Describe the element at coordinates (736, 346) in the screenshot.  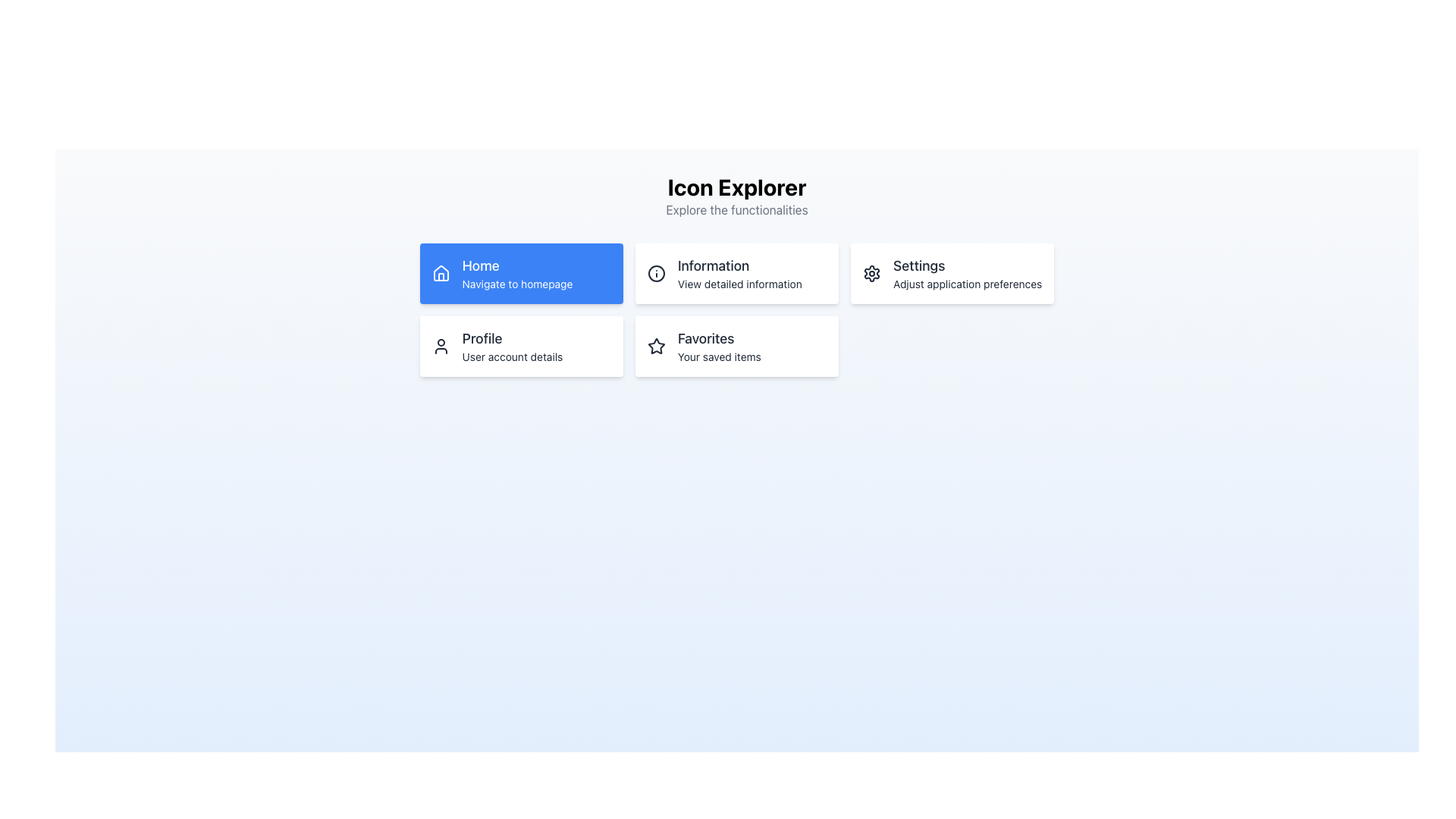
I see `the 'Favorites' button located in the bottom right corner of the grid layout` at that location.